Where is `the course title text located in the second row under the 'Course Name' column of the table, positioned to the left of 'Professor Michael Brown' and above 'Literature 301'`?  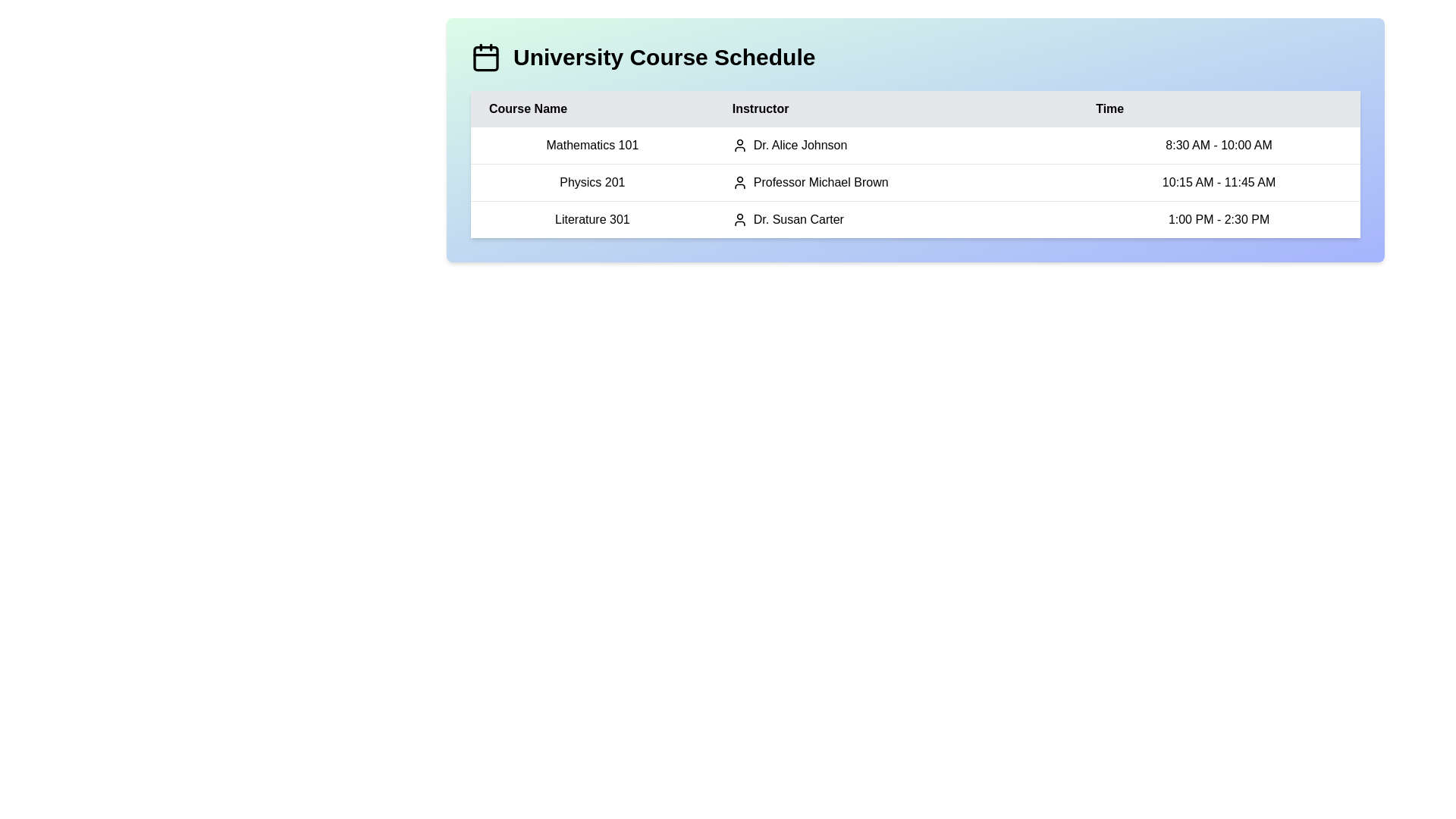 the course title text located in the second row under the 'Course Name' column of the table, positioned to the left of 'Professor Michael Brown' and above 'Literature 301' is located at coordinates (591, 181).